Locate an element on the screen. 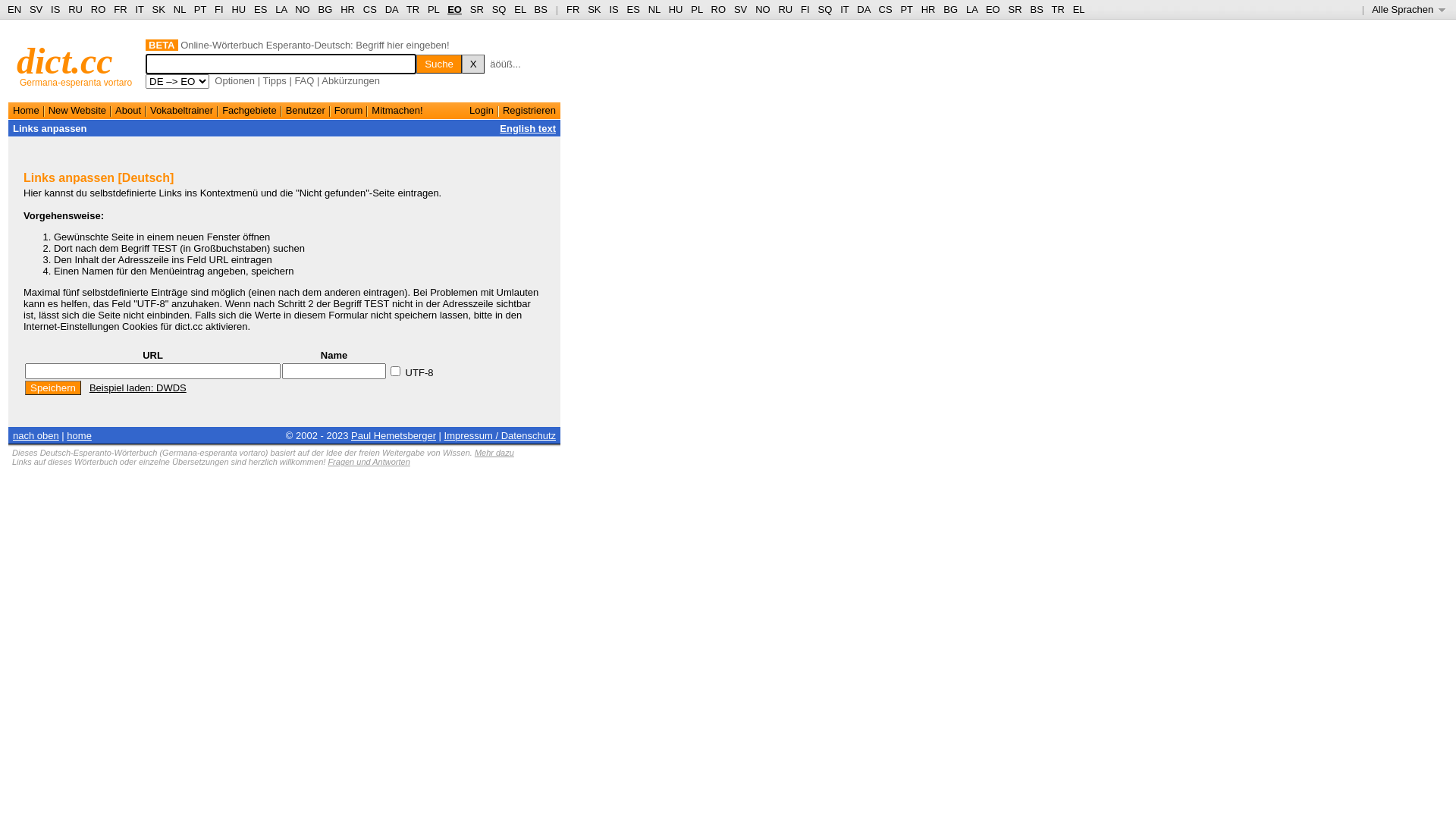 The width and height of the screenshot is (1456, 819). 'EL' is located at coordinates (519, 9).